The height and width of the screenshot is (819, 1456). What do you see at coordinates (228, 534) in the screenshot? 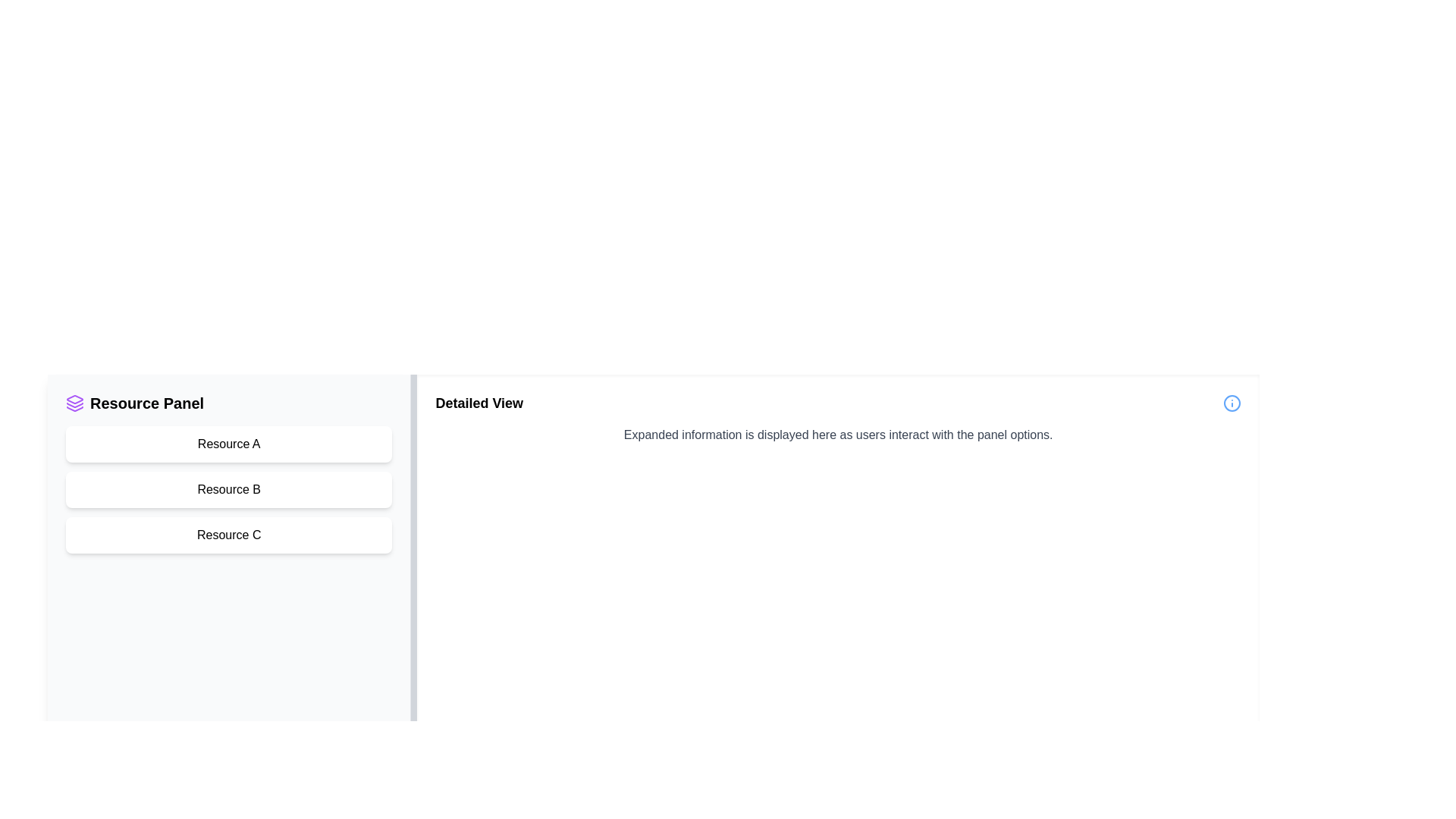
I see `the 'Resource C' button, which is a rectangular button with bold black text and a white background, located in the 'Resource Panel' section below 'Resource B'` at bounding box center [228, 534].